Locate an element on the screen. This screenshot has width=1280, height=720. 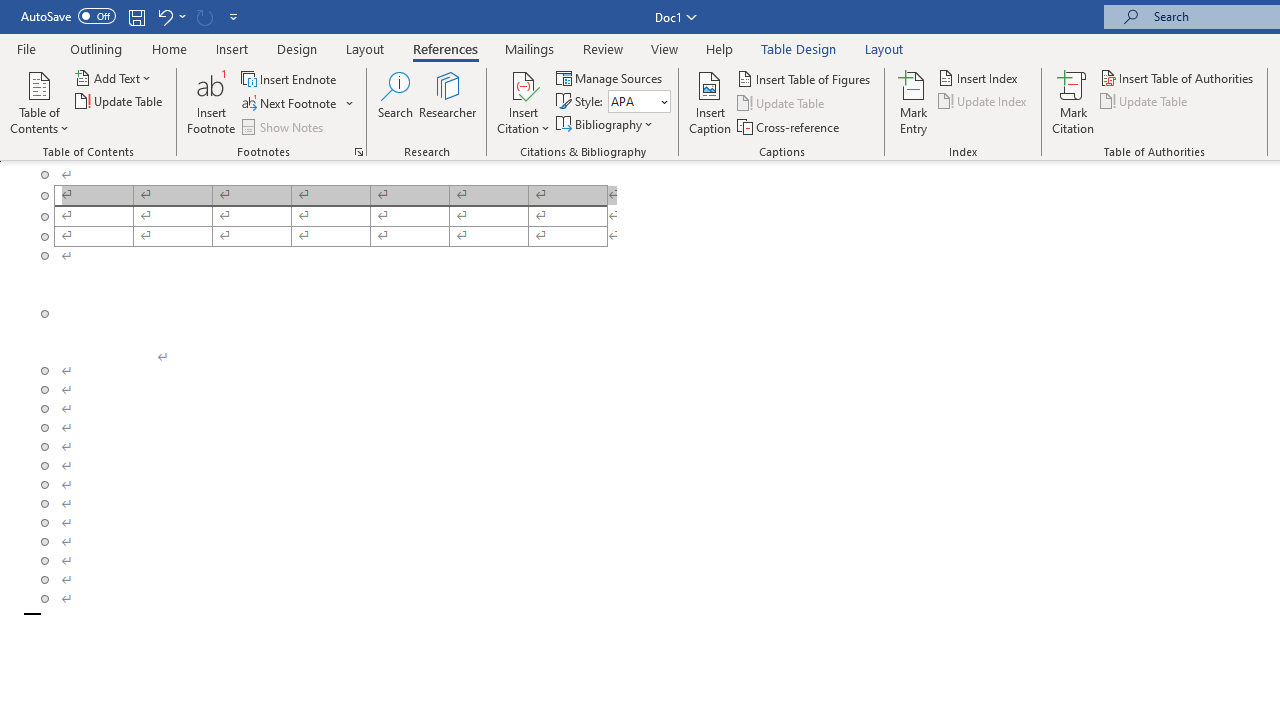
'Update Table' is located at coordinates (1145, 101).